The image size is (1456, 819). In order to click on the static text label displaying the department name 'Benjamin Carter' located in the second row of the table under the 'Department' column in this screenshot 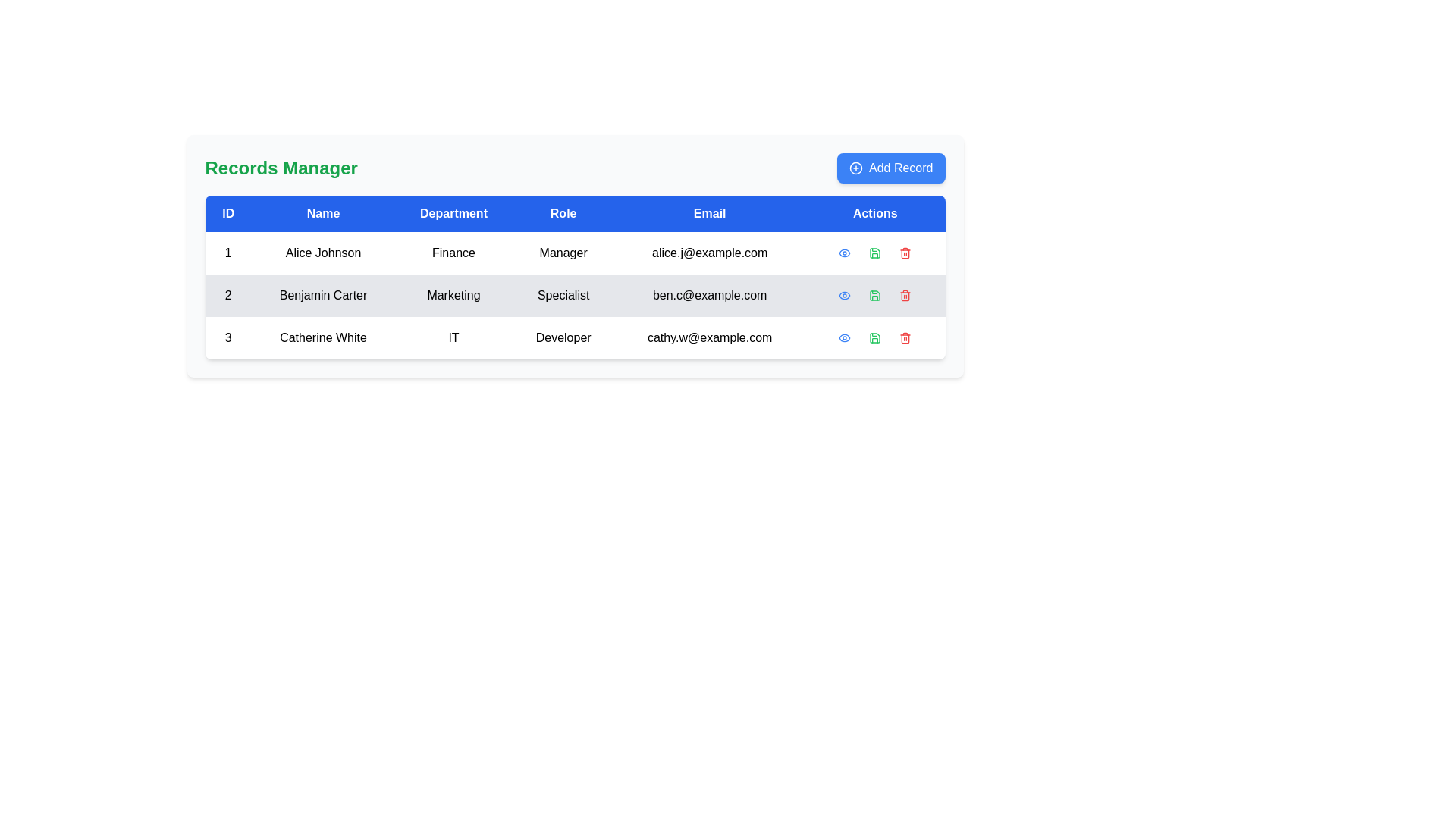, I will do `click(453, 295)`.